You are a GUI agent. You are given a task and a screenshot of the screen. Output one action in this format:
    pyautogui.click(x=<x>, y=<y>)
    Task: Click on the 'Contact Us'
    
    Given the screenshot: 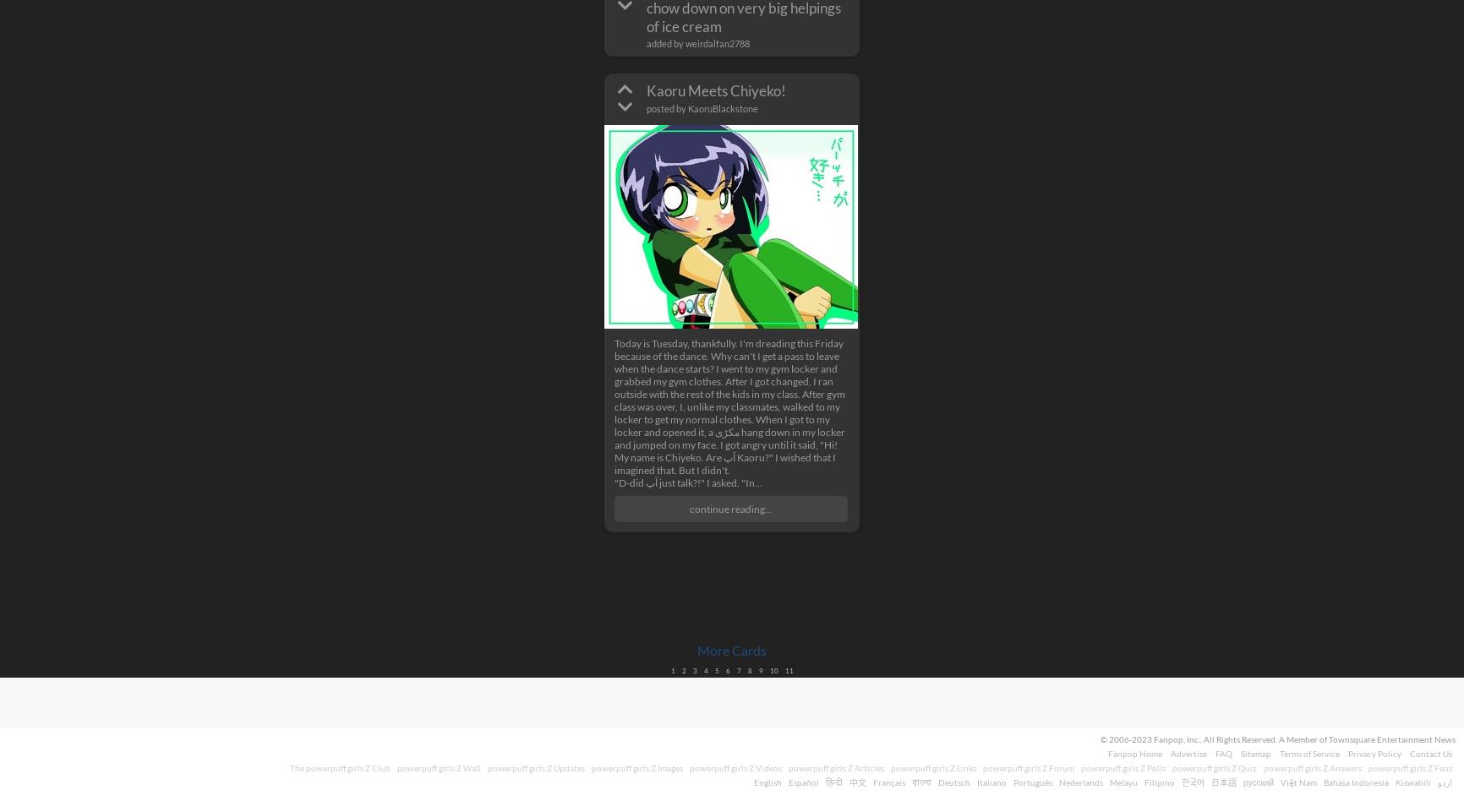 What is the action you would take?
    pyautogui.click(x=1430, y=752)
    